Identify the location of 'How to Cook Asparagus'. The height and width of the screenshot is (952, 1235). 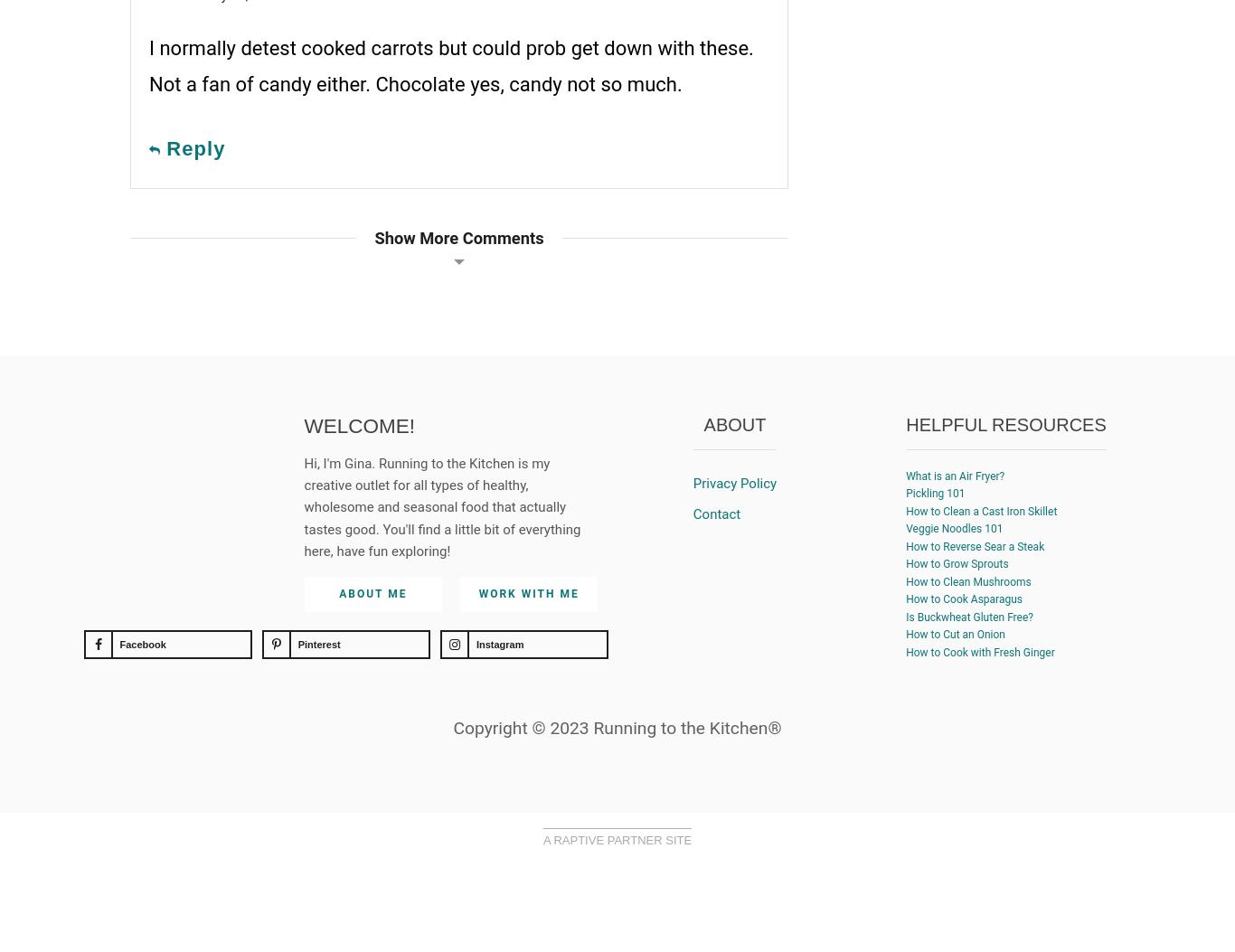
(963, 598).